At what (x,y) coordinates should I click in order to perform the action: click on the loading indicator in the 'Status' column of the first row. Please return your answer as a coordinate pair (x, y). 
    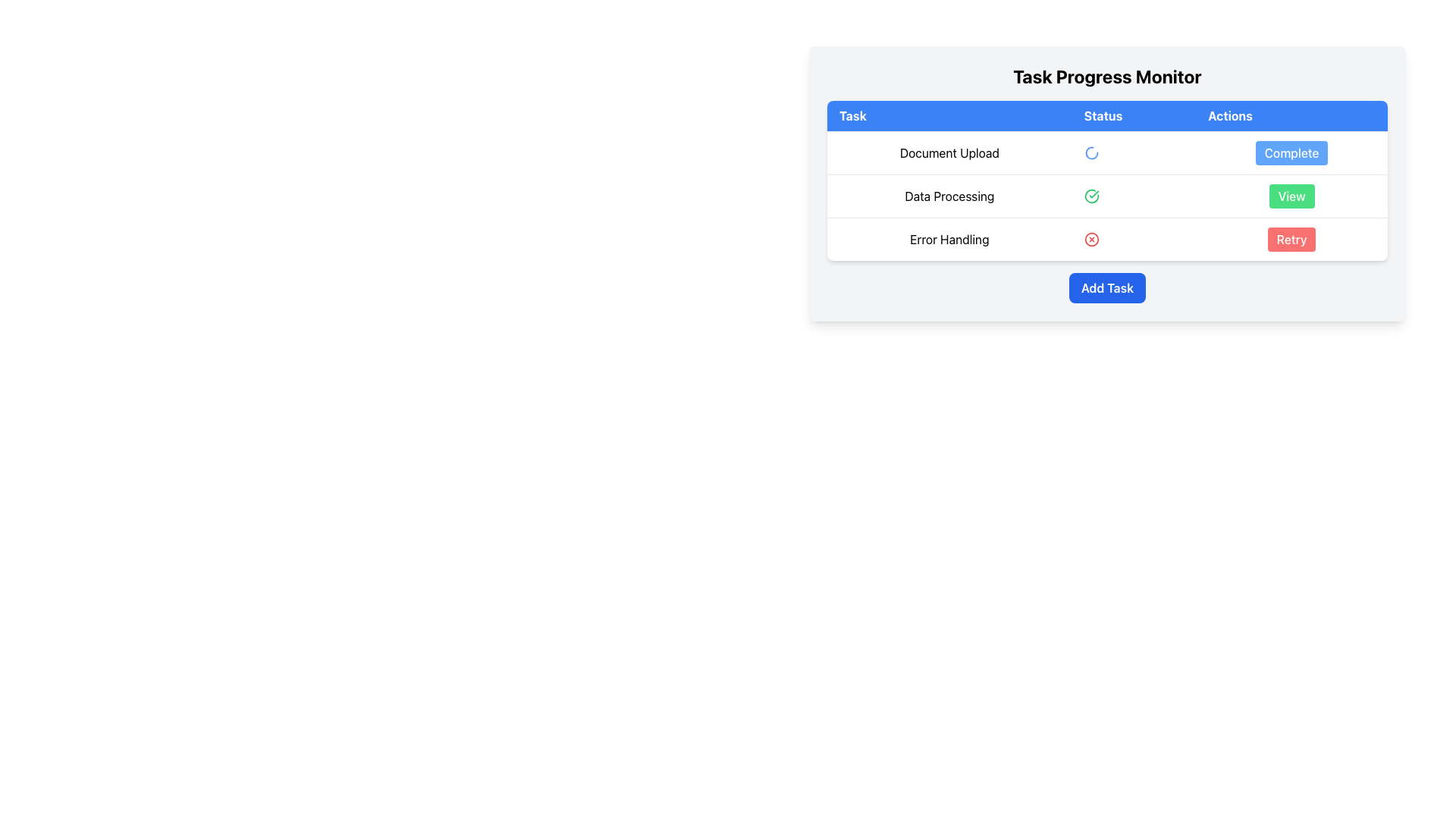
    Looking at the image, I should click on (1090, 152).